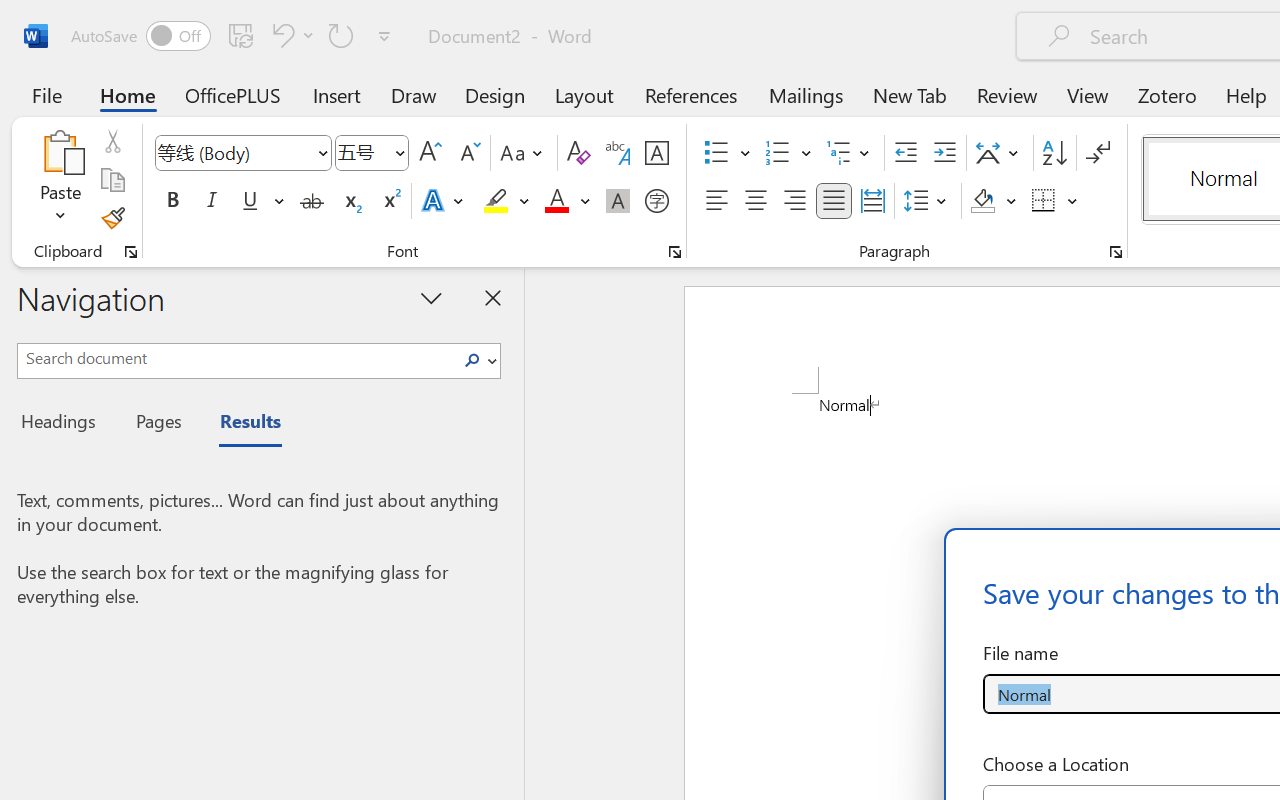 This screenshot has width=1280, height=800. Describe the element at coordinates (496, 201) in the screenshot. I see `'Text Highlight Color Yellow'` at that location.